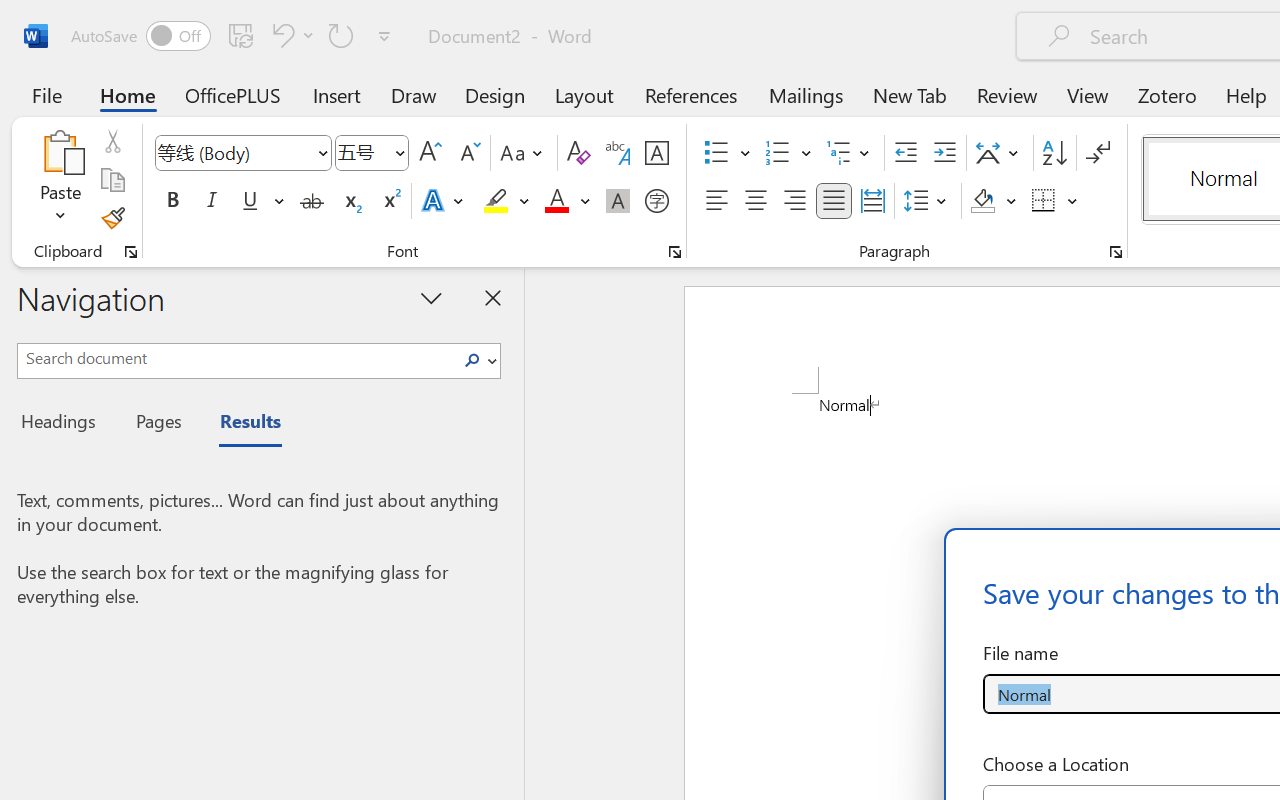 This screenshot has width=1280, height=800. Describe the element at coordinates (496, 201) in the screenshot. I see `'Text Highlight Color Yellow'` at that location.